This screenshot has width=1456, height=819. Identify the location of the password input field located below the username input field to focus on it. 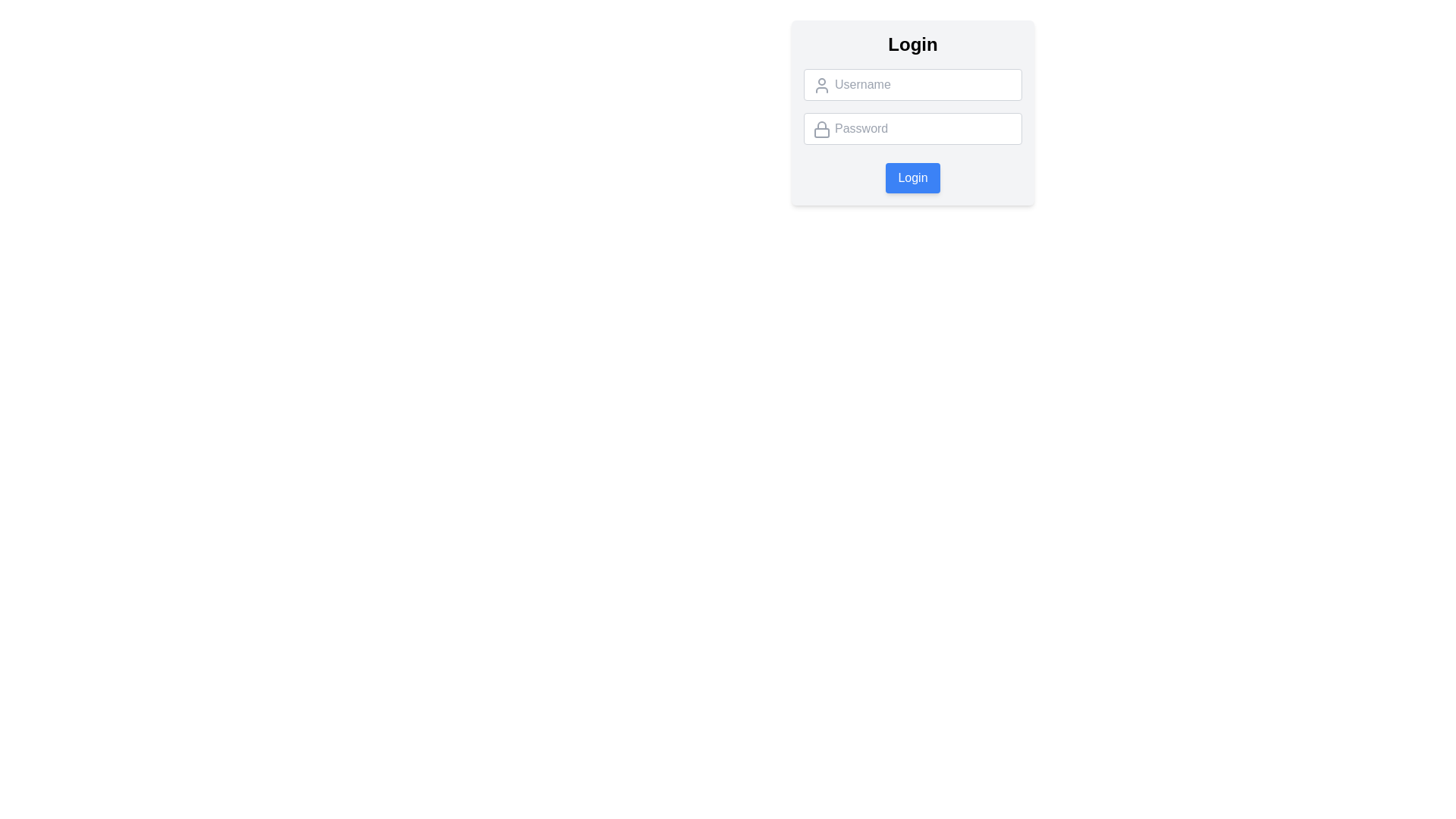
(912, 127).